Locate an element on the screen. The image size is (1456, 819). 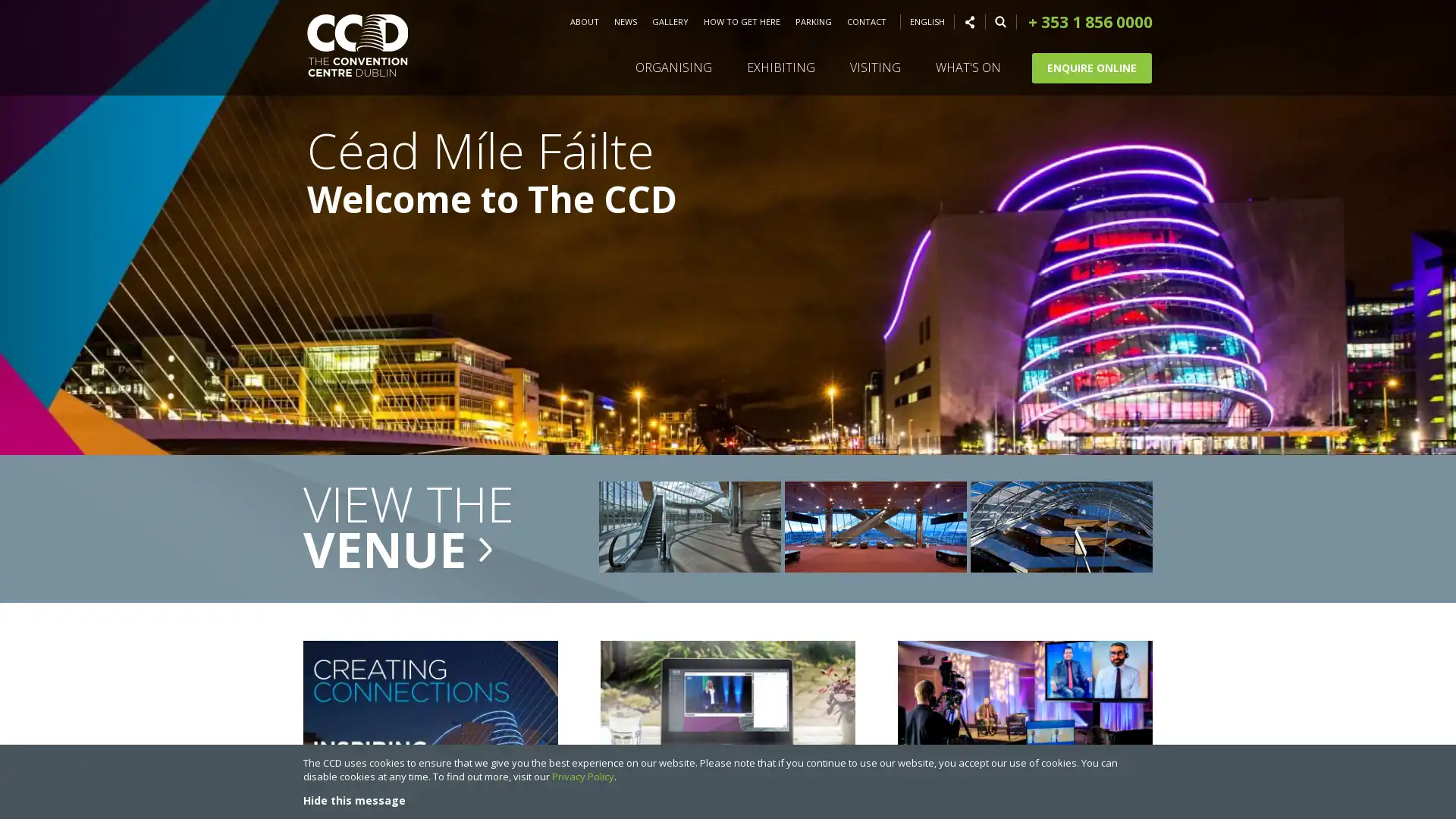
Hide this message is located at coordinates (353, 799).